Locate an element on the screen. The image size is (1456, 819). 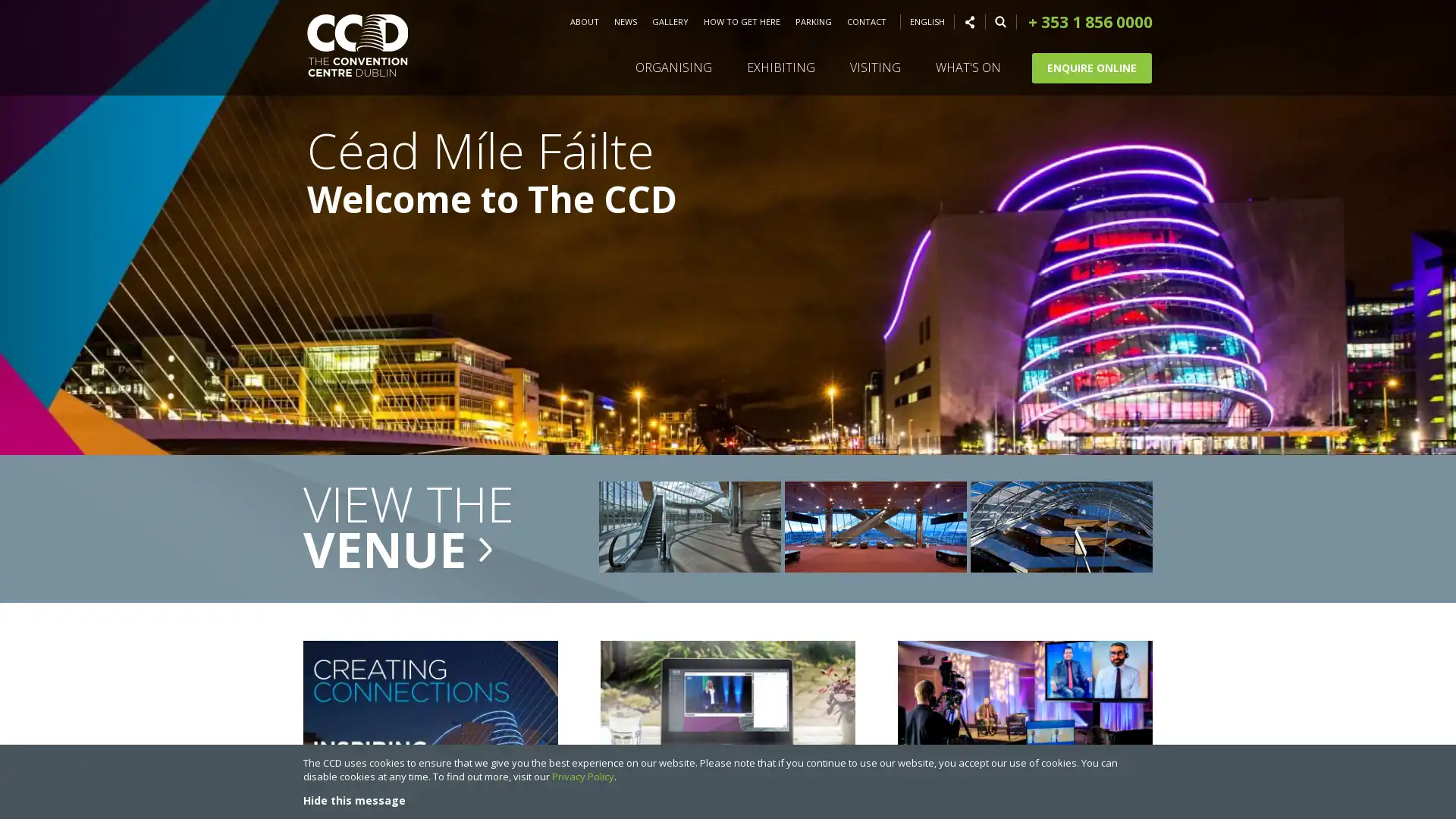
Hide this message is located at coordinates (353, 799).